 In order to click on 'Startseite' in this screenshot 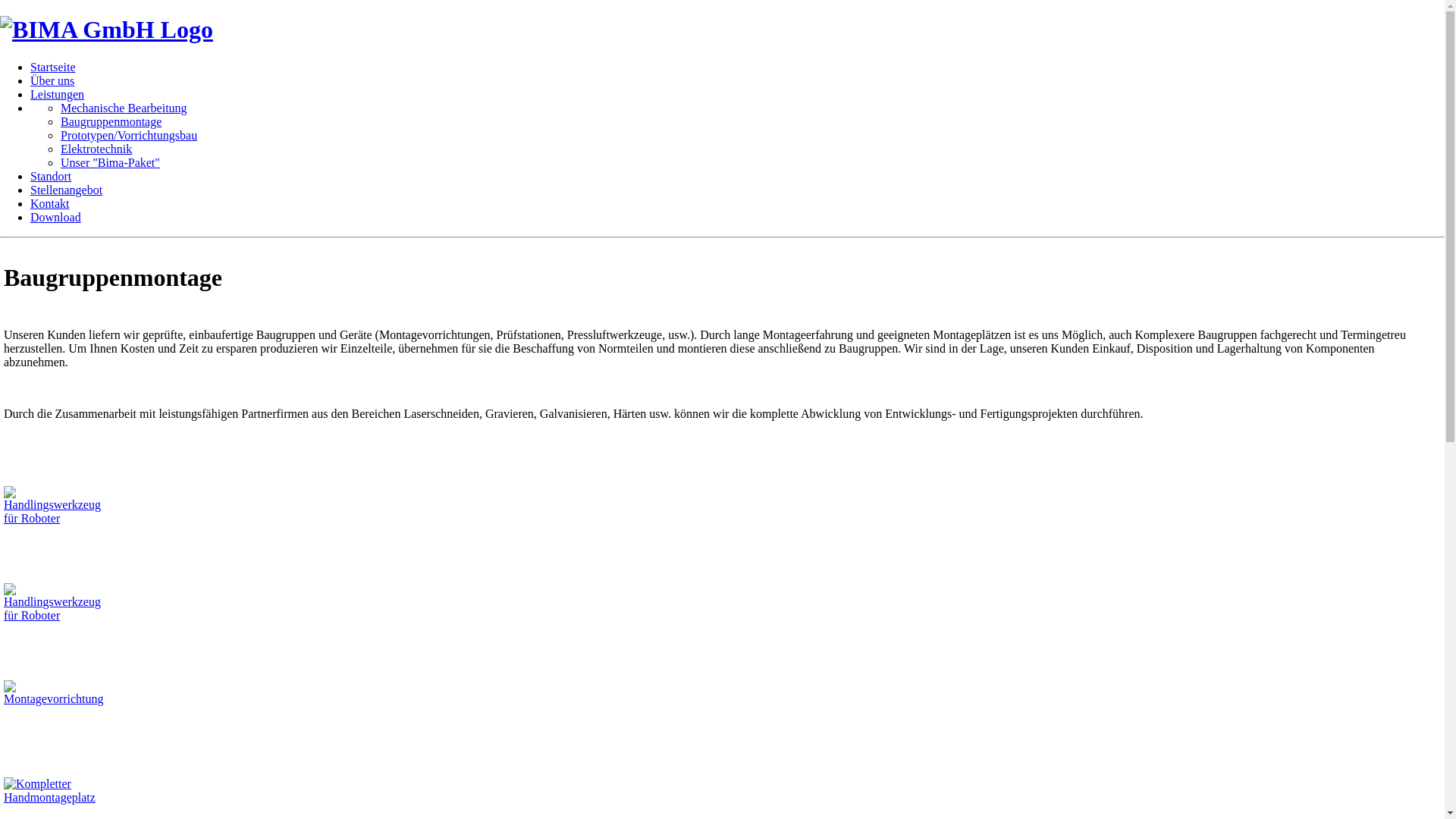, I will do `click(53, 66)`.